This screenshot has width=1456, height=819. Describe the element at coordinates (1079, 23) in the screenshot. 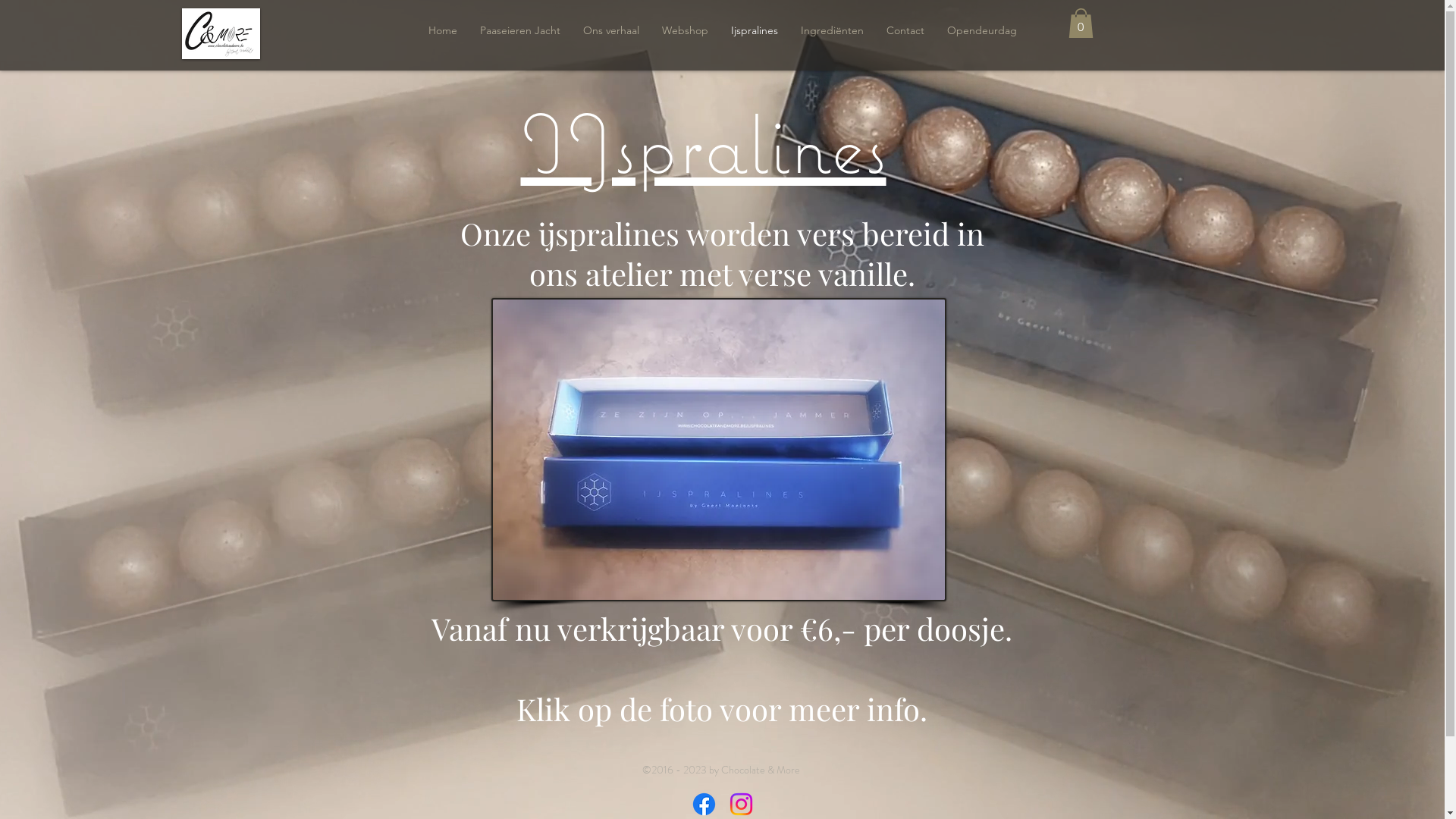

I see `'0'` at that location.